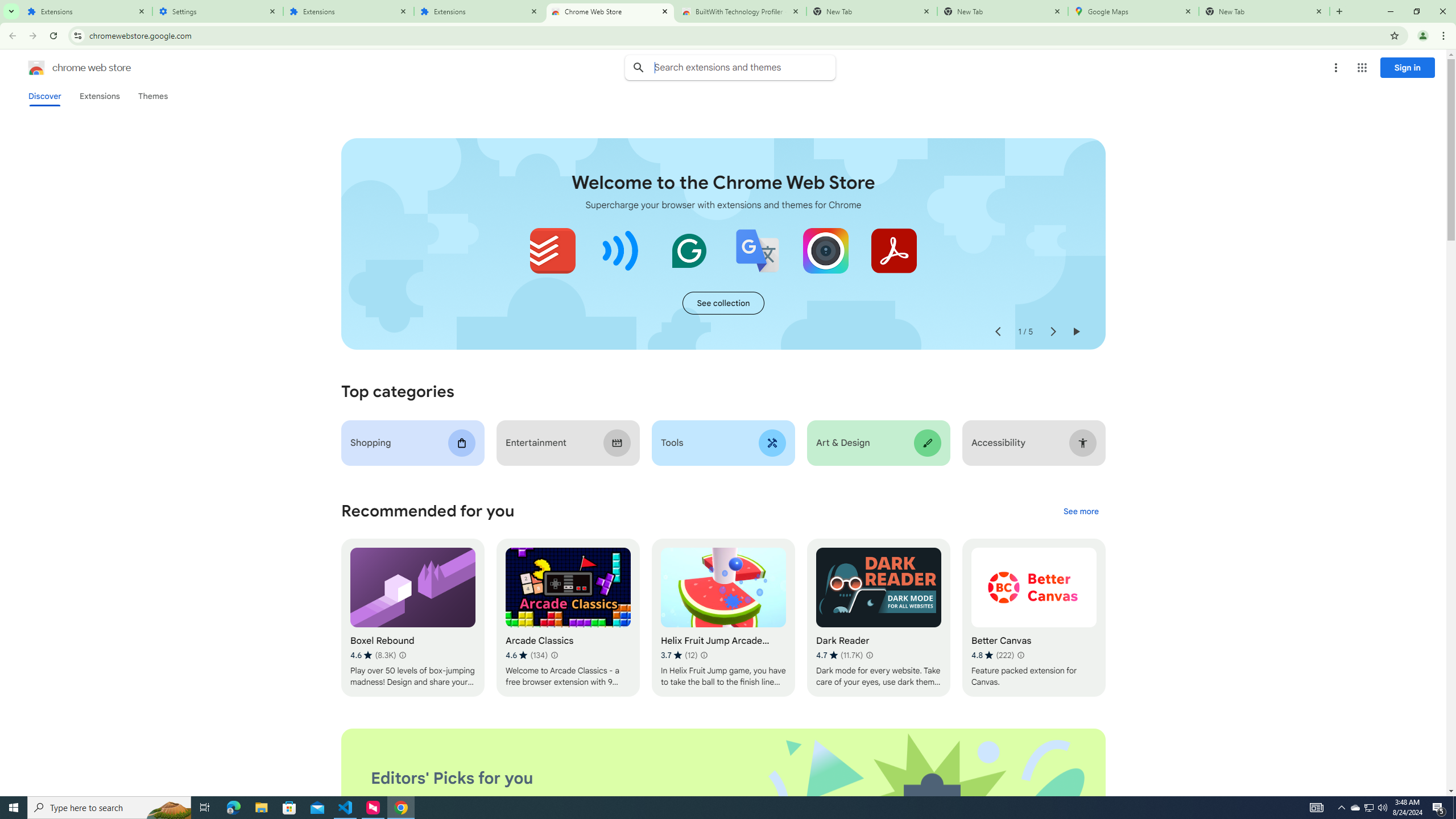 The height and width of the screenshot is (819, 1456). What do you see at coordinates (1052, 331) in the screenshot?
I see `'Next slide'` at bounding box center [1052, 331].